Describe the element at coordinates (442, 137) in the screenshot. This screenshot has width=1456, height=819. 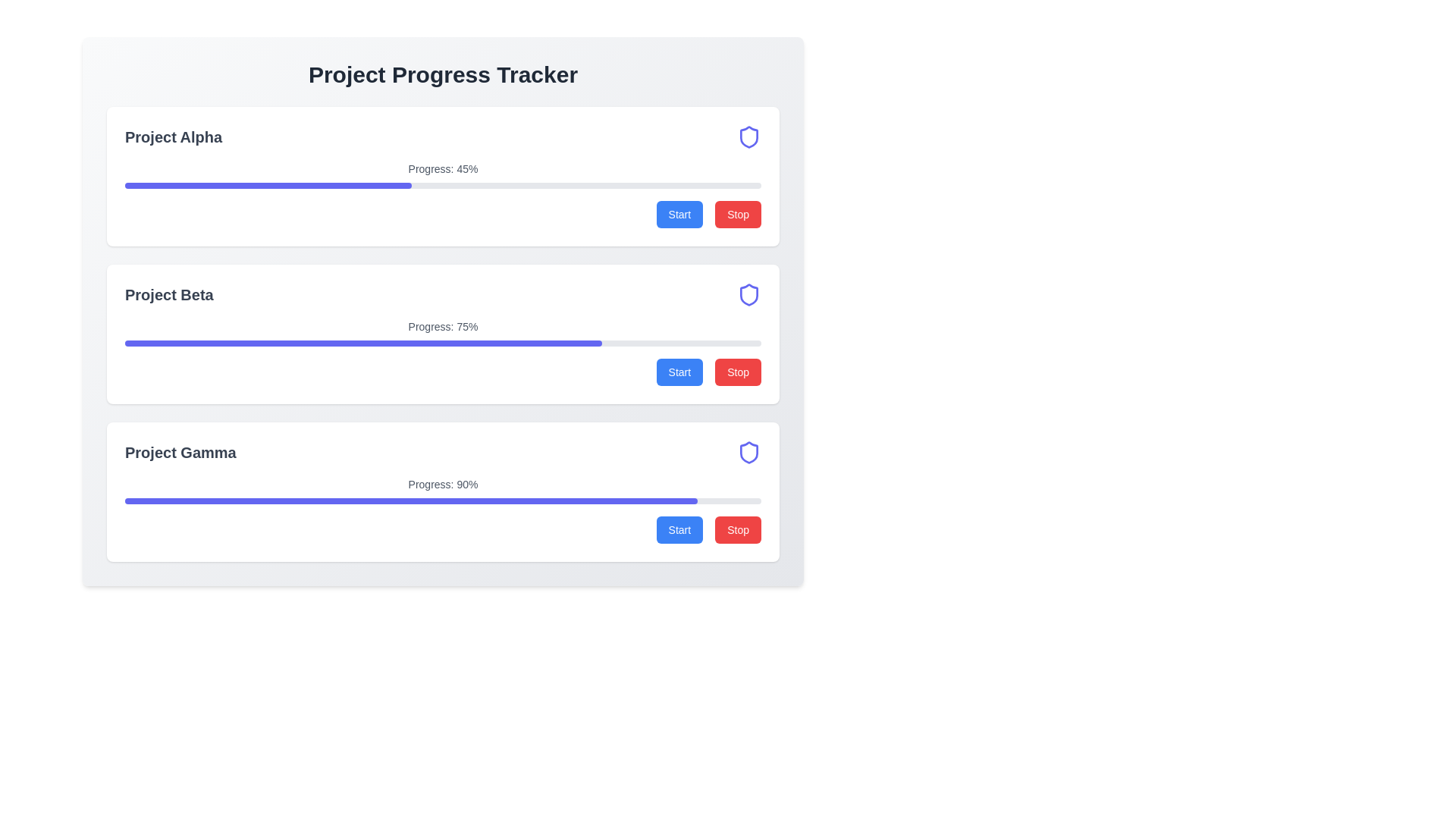
I see `the Section header element that serves as a title or label for associated project details by navigating through tab navigation` at that location.